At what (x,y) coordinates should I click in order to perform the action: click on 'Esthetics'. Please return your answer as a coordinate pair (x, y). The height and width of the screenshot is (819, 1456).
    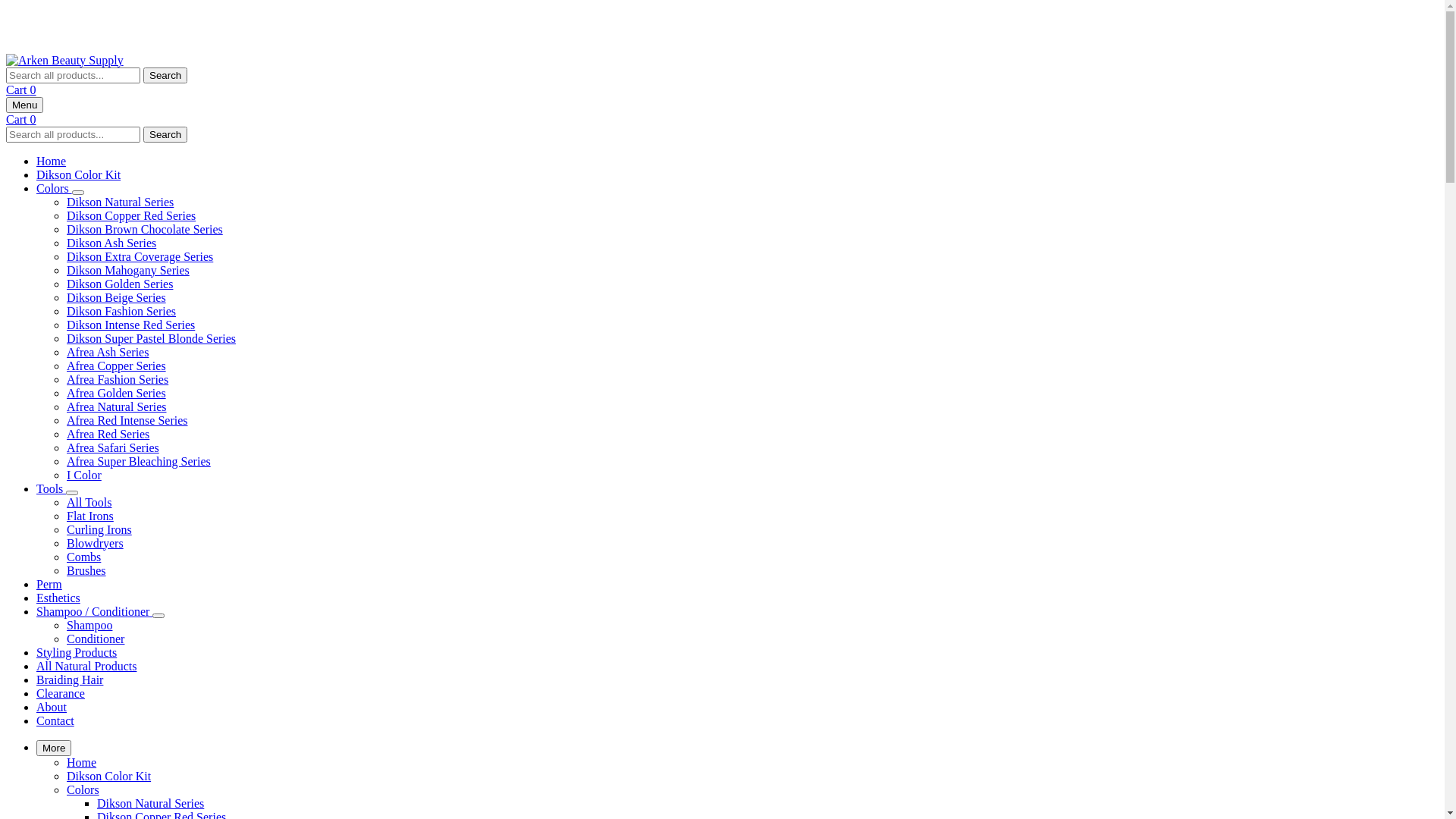
    Looking at the image, I should click on (58, 597).